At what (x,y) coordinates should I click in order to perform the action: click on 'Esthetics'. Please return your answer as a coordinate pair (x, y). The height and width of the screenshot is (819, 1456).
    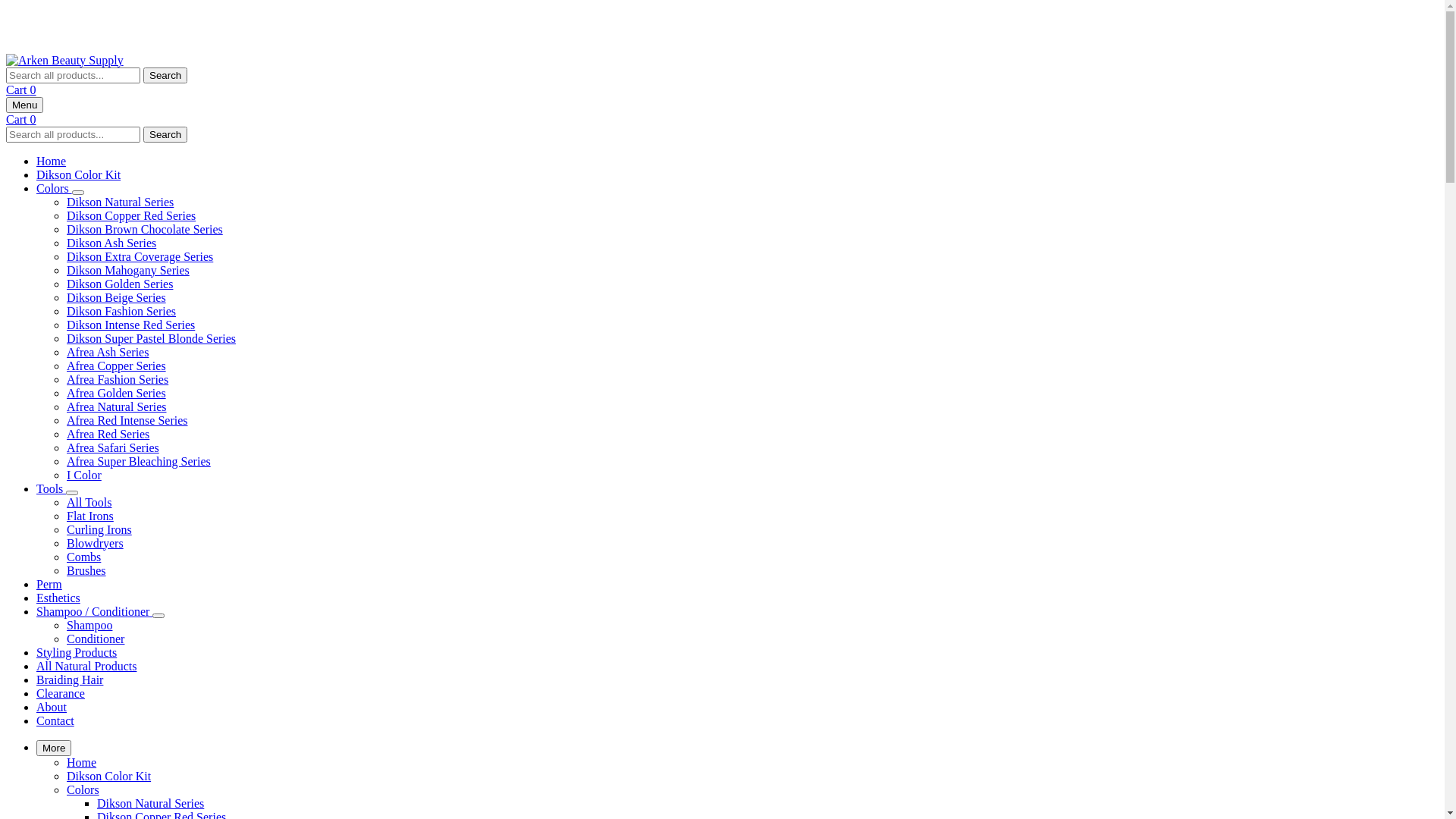
    Looking at the image, I should click on (58, 597).